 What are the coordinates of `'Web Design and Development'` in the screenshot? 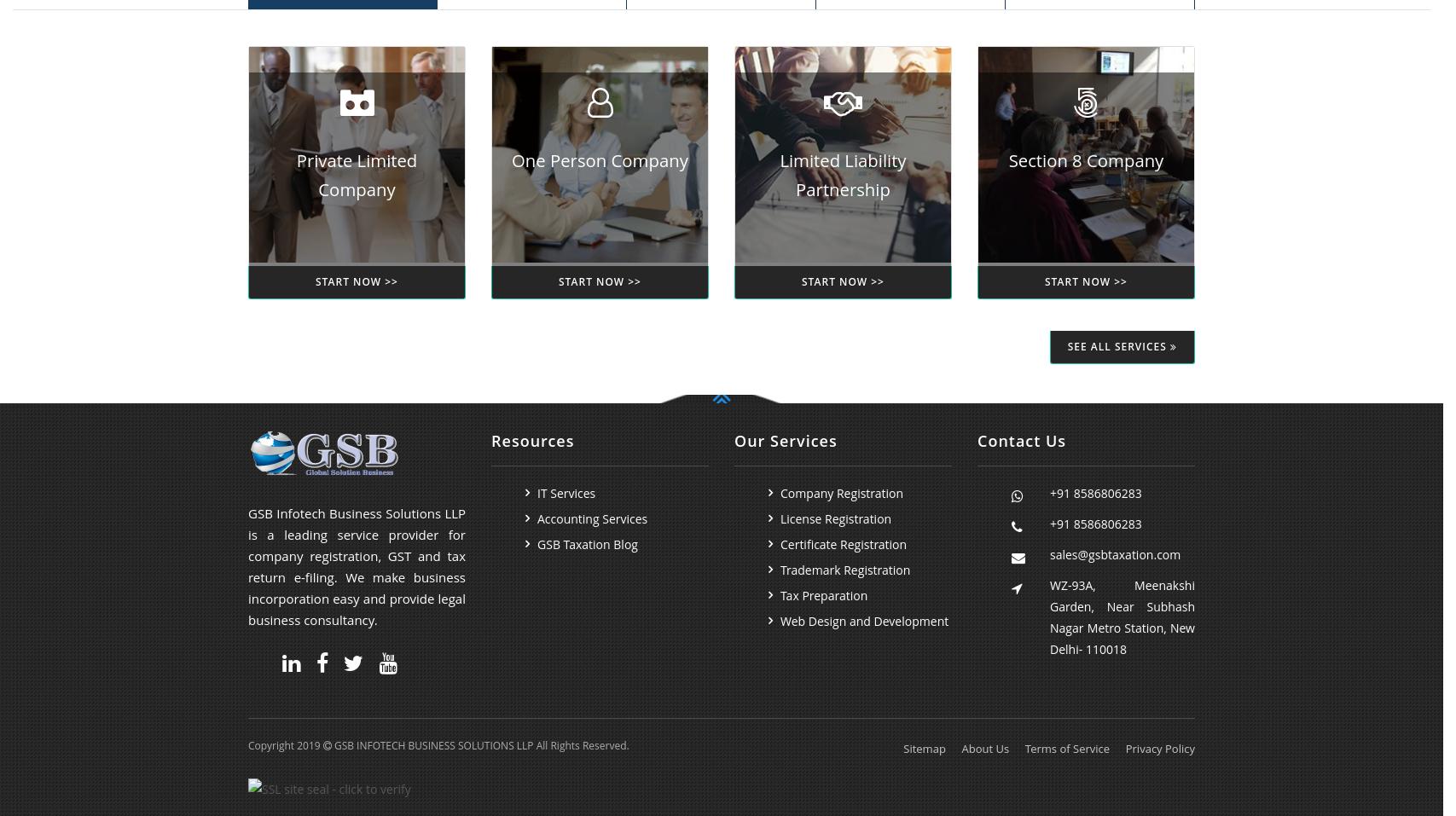 It's located at (863, 620).